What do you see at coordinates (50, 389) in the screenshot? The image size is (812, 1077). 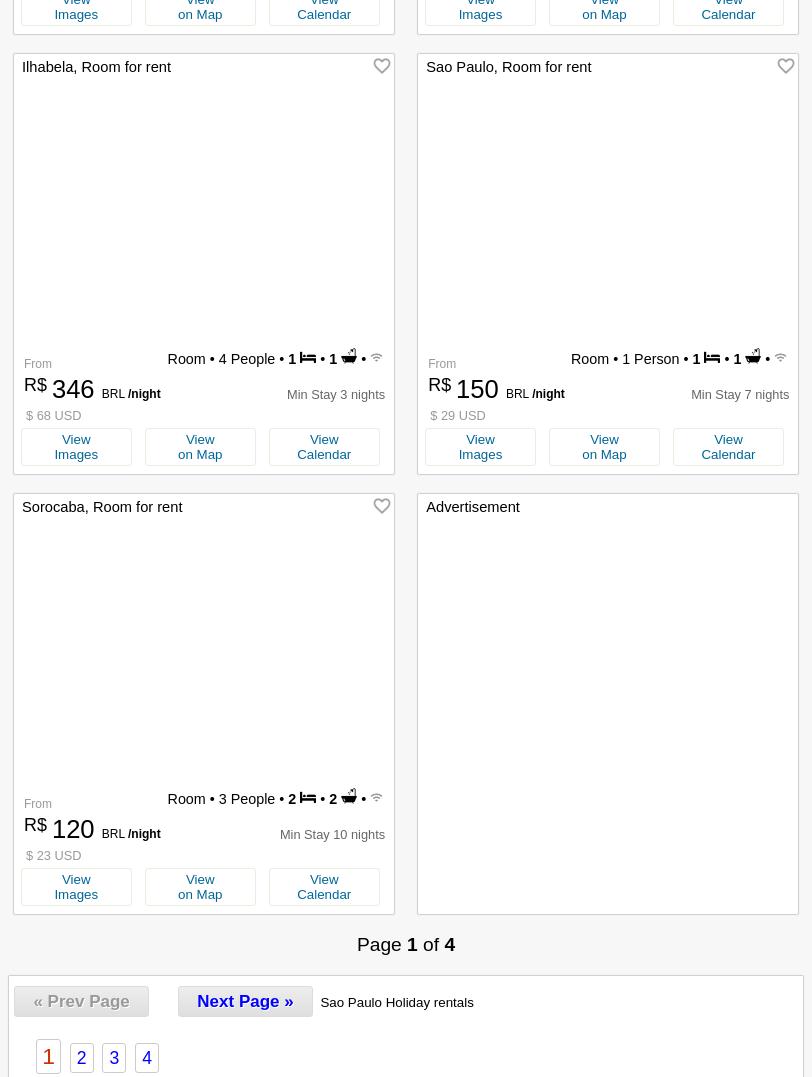 I see `'346'` at bounding box center [50, 389].